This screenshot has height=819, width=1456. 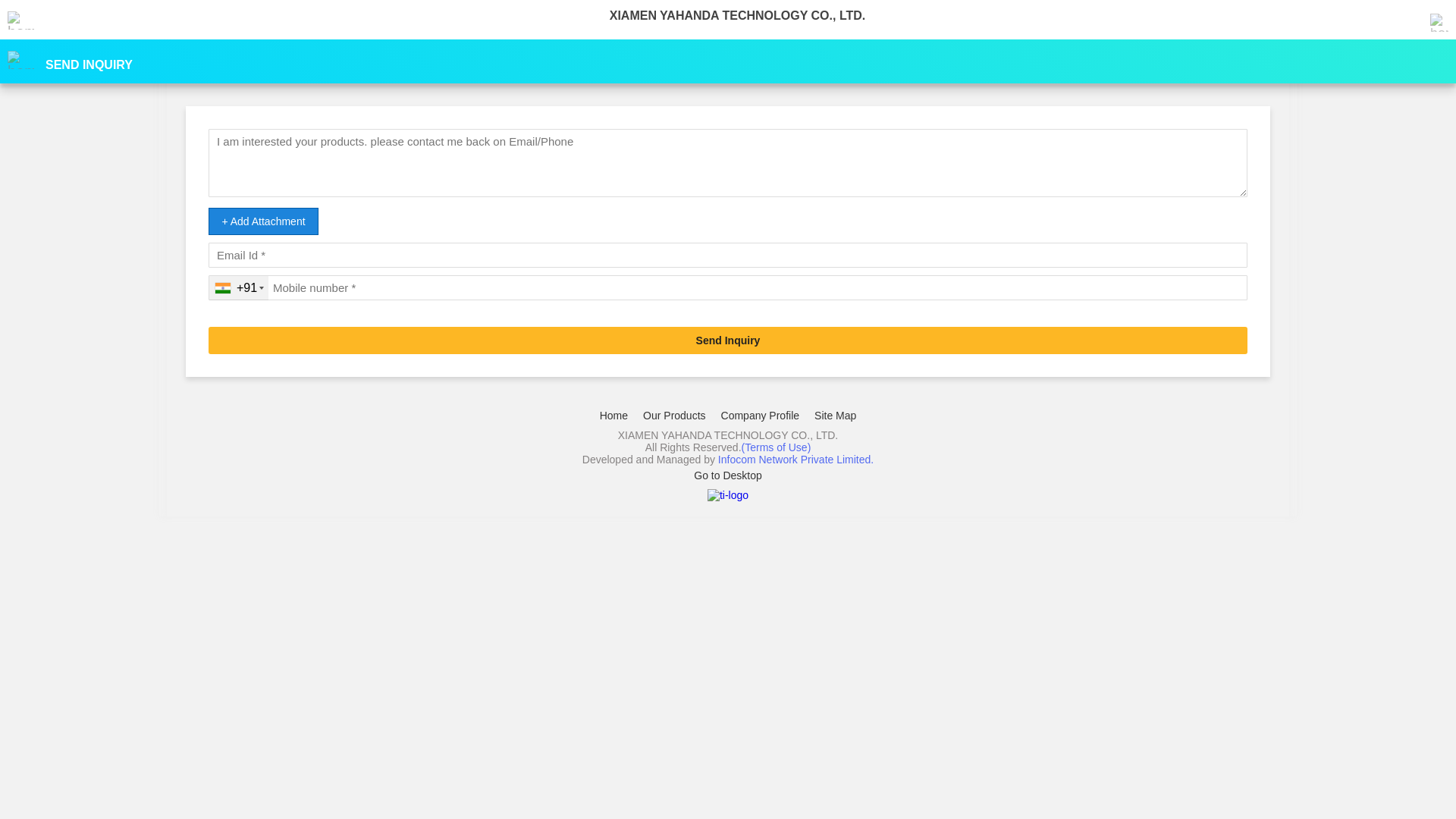 I want to click on 'Go to Desktop', so click(x=728, y=475).